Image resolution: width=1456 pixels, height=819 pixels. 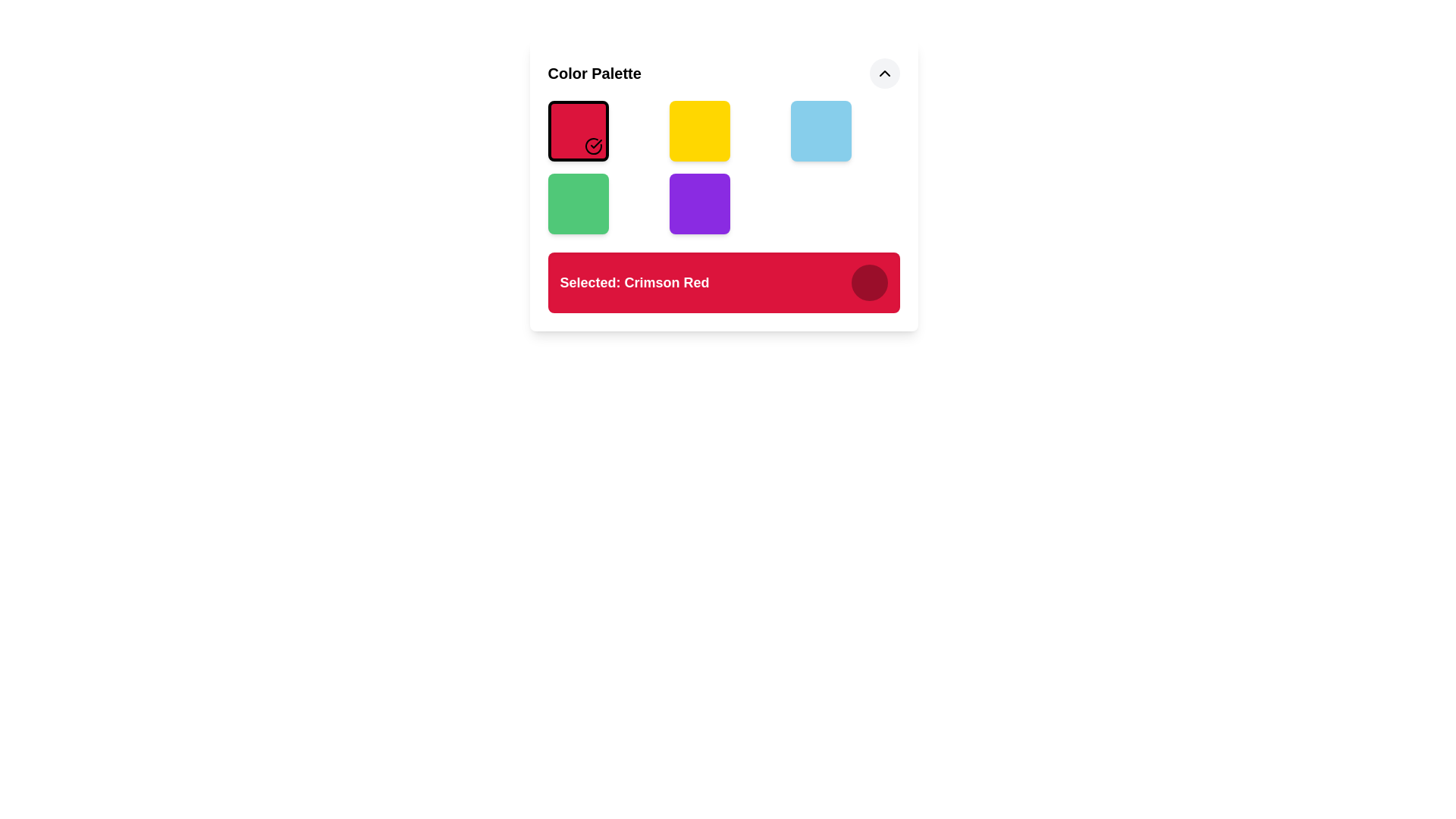 I want to click on the crimson red selection icon in the color palette, located at the bottom-right corner of the red square in the top-left grid position, so click(x=595, y=143).